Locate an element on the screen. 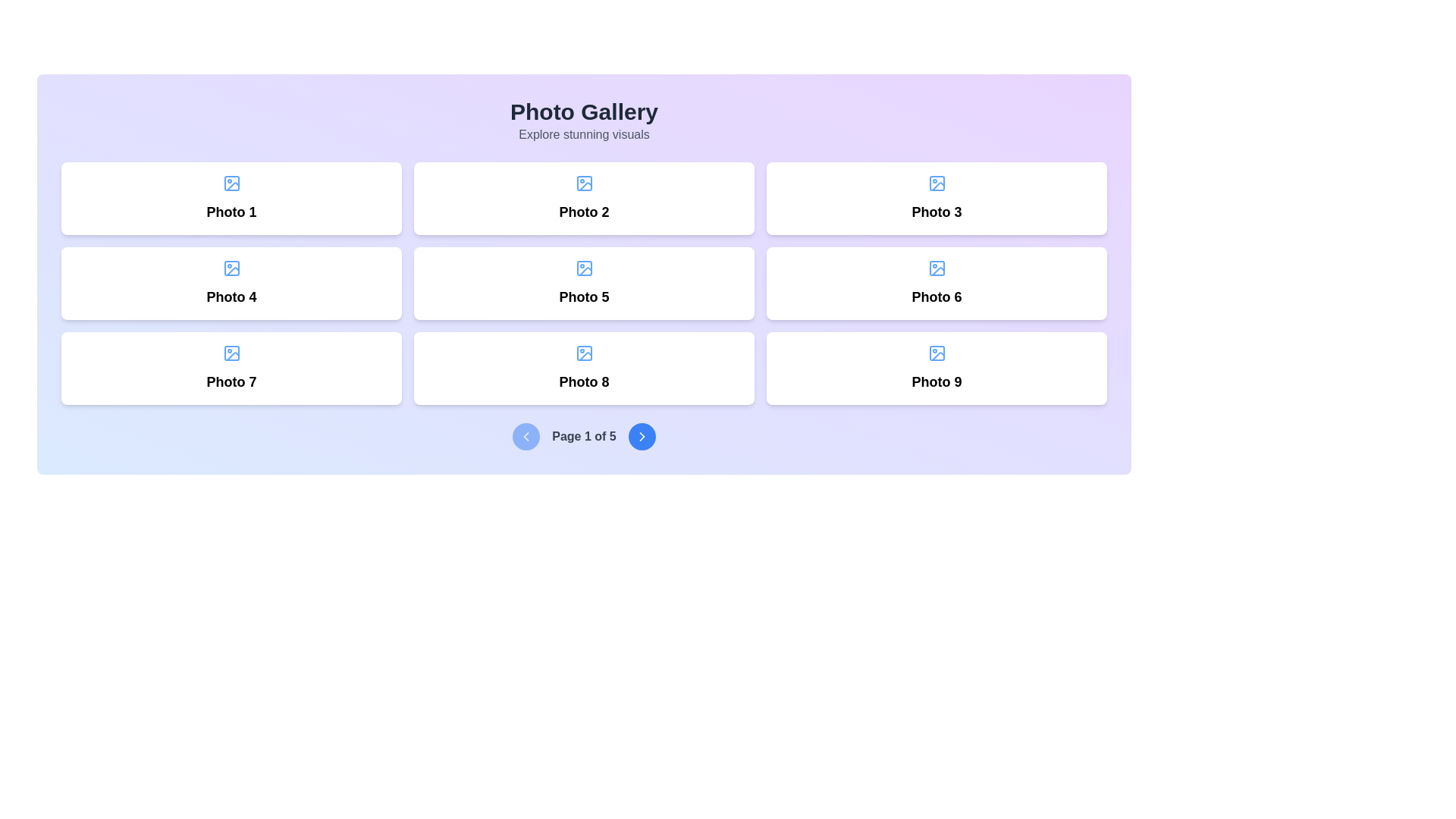 The image size is (1456, 819). the image card labeled 'Photo 3', which is the third item in the grid layout, located in the first row is located at coordinates (936, 198).